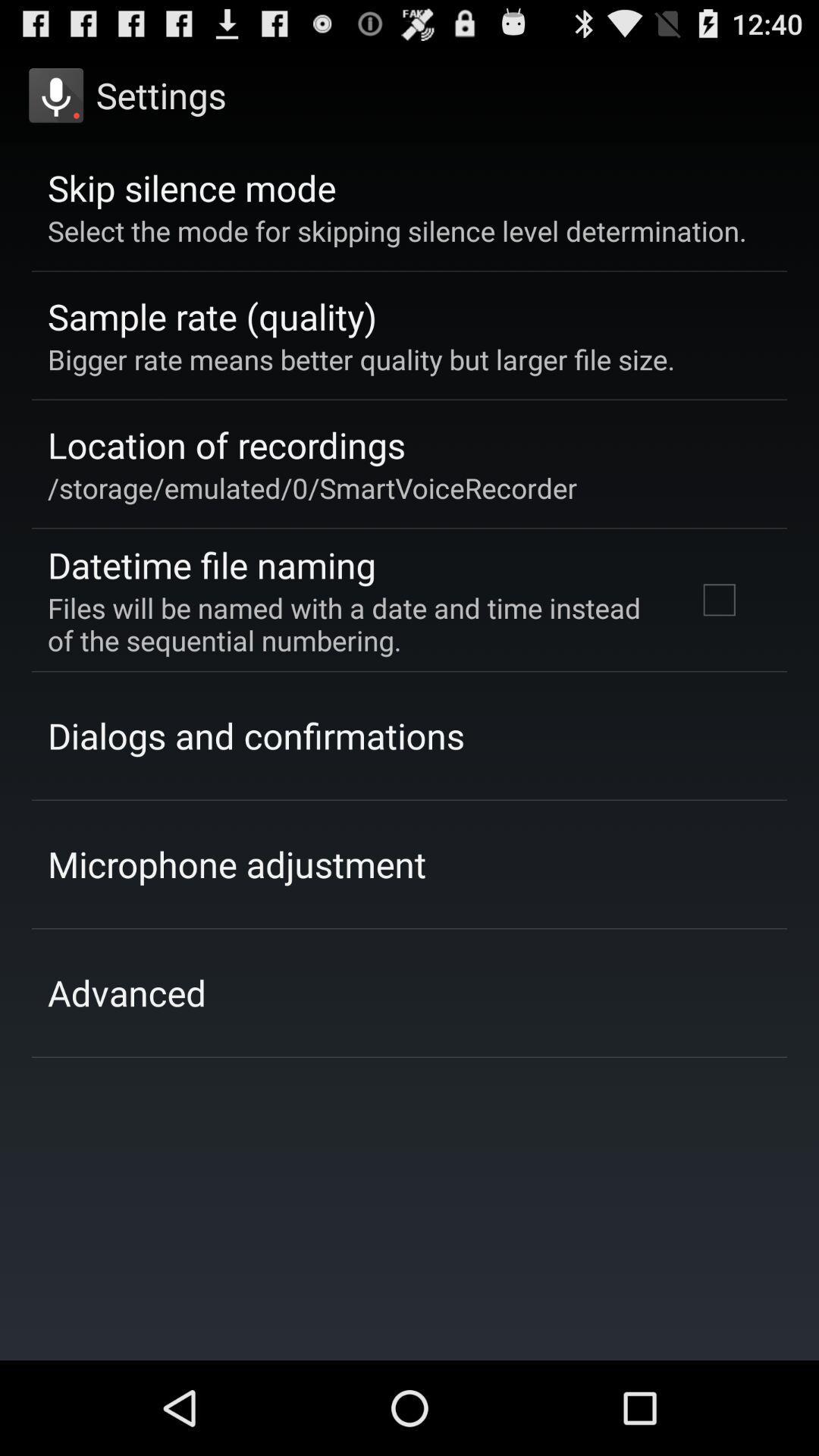 The height and width of the screenshot is (1456, 819). What do you see at coordinates (351, 624) in the screenshot?
I see `the files will be app` at bounding box center [351, 624].